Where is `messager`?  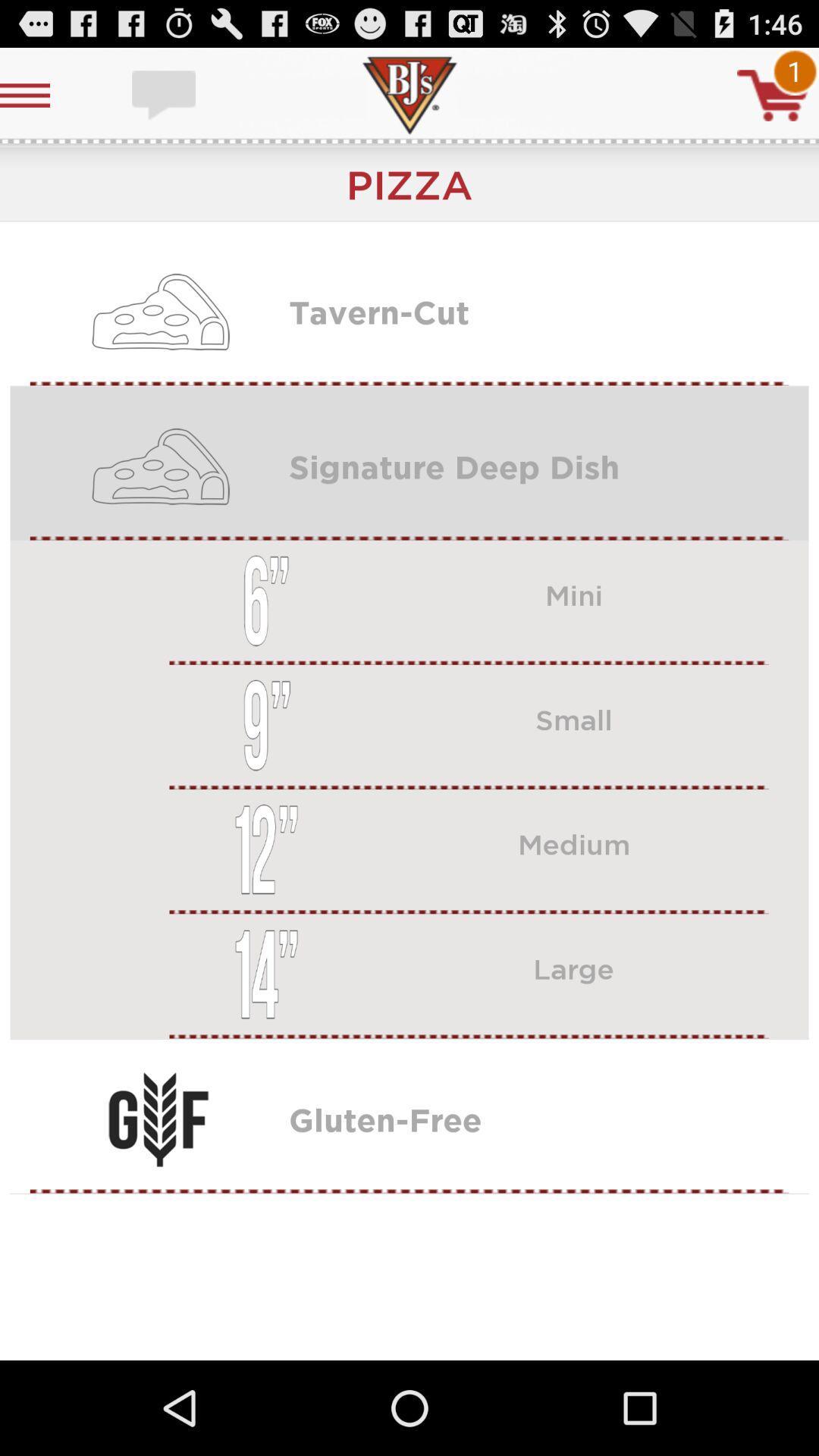 messager is located at coordinates (165, 94).